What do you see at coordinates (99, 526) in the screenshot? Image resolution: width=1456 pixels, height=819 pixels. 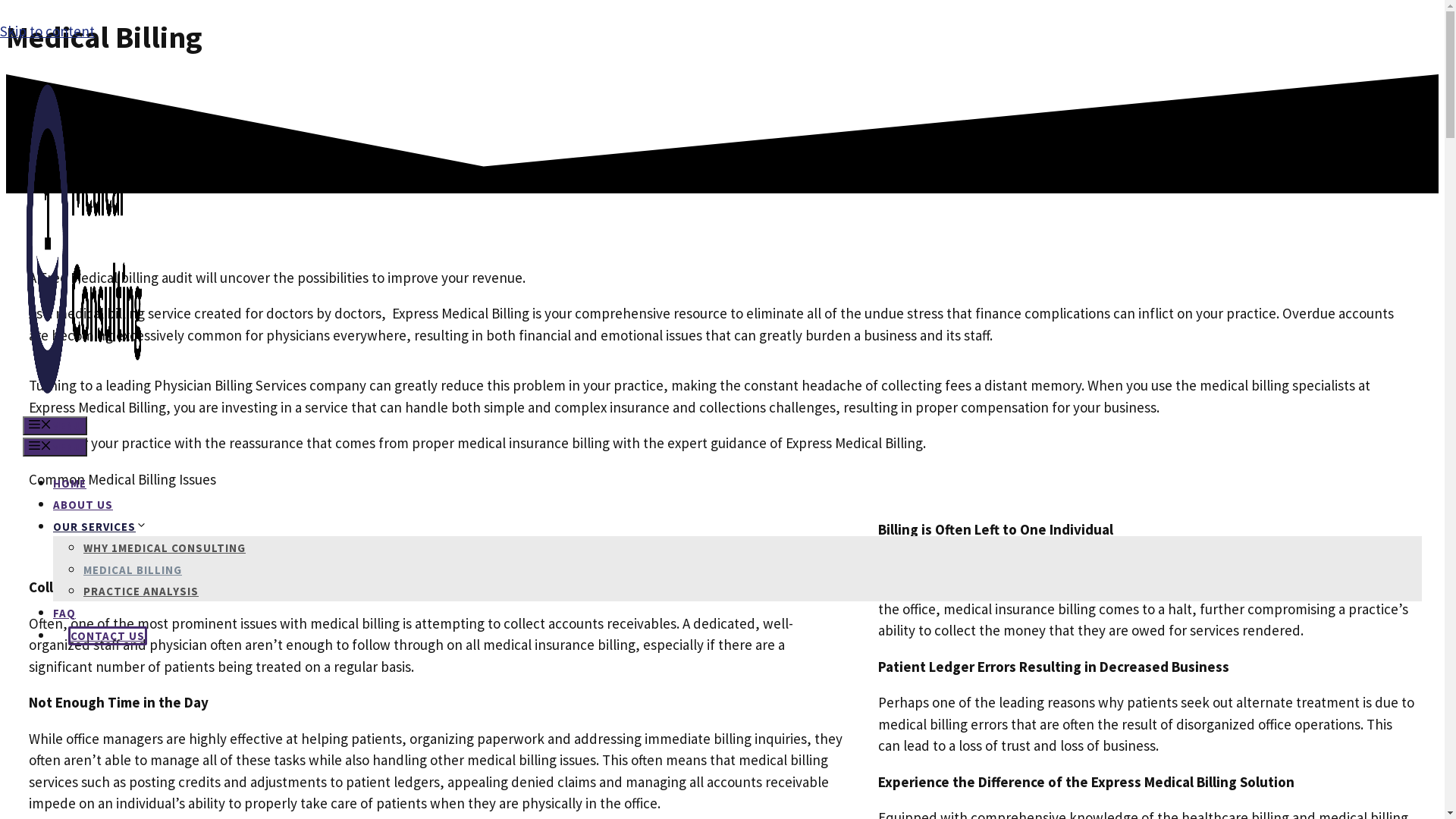 I see `'OUR SERVICES'` at bounding box center [99, 526].